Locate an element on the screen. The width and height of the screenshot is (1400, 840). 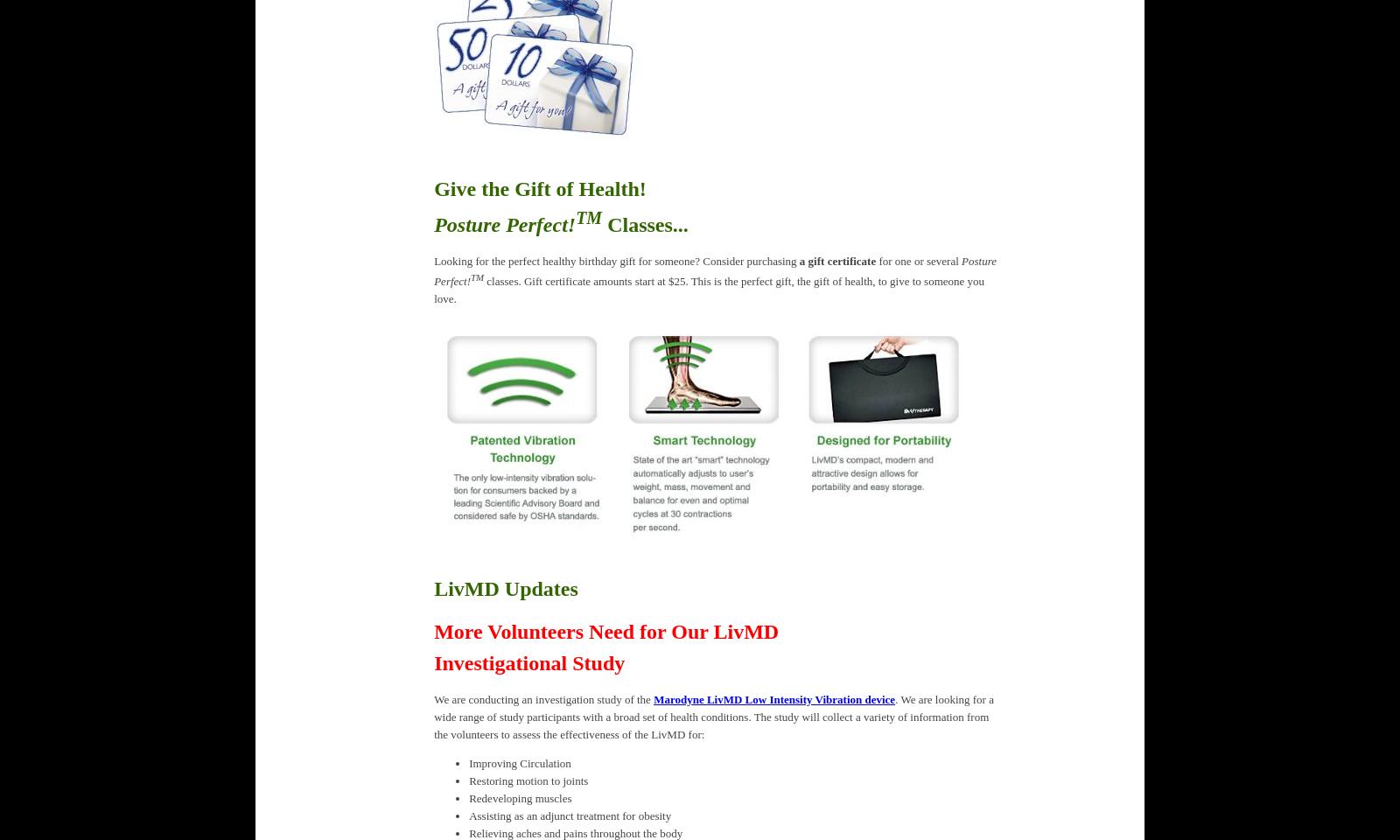
'estoring motion to joints' is located at coordinates (532, 780).